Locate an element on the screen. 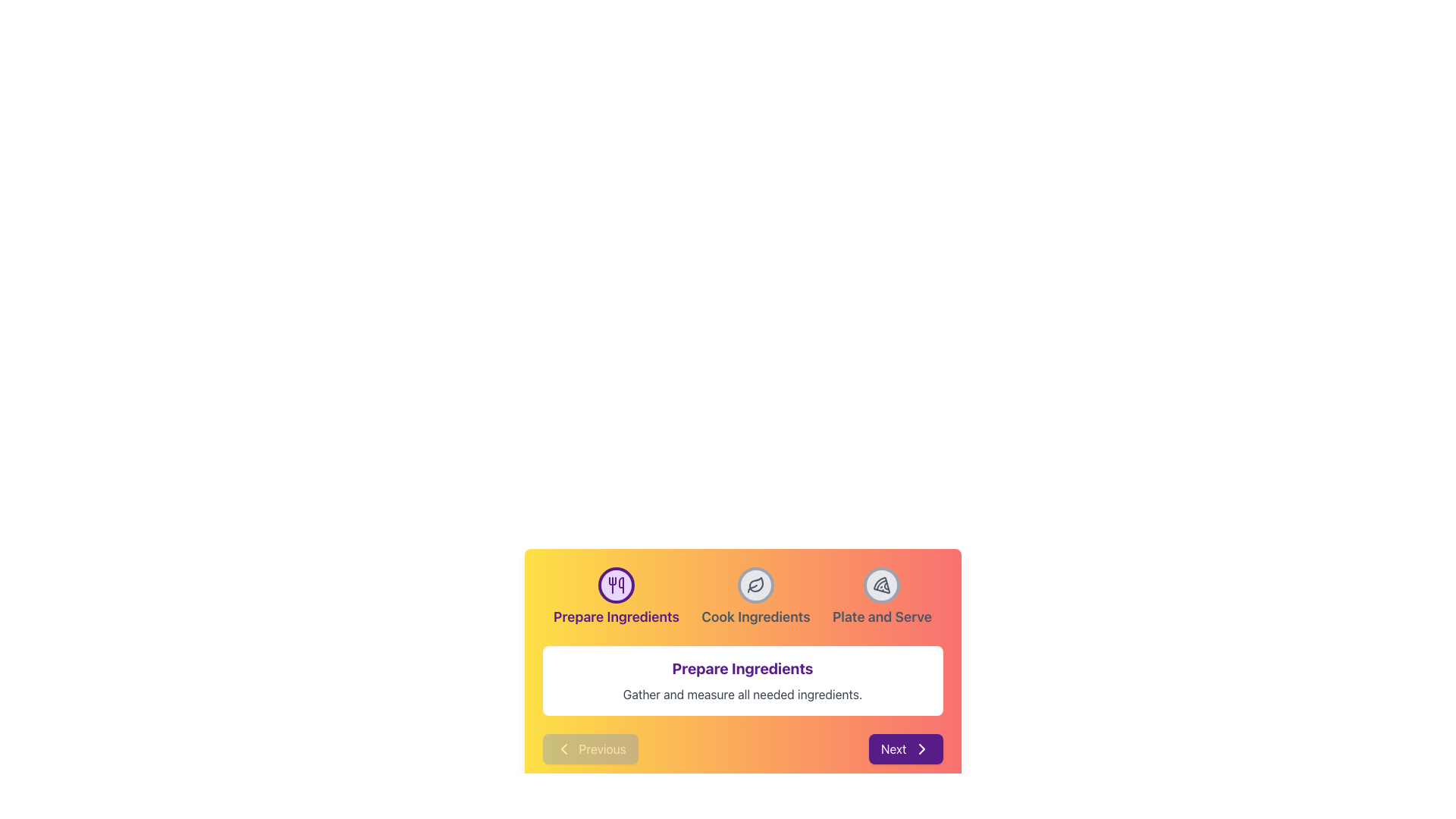 The height and width of the screenshot is (819, 1456). text of the 'Cook Ingredients' label, which is a bold, large-sized text centrally placed under a leaf icon and positioned between 'Prepare Ingredients' and 'Plate and Serve' is located at coordinates (755, 617).